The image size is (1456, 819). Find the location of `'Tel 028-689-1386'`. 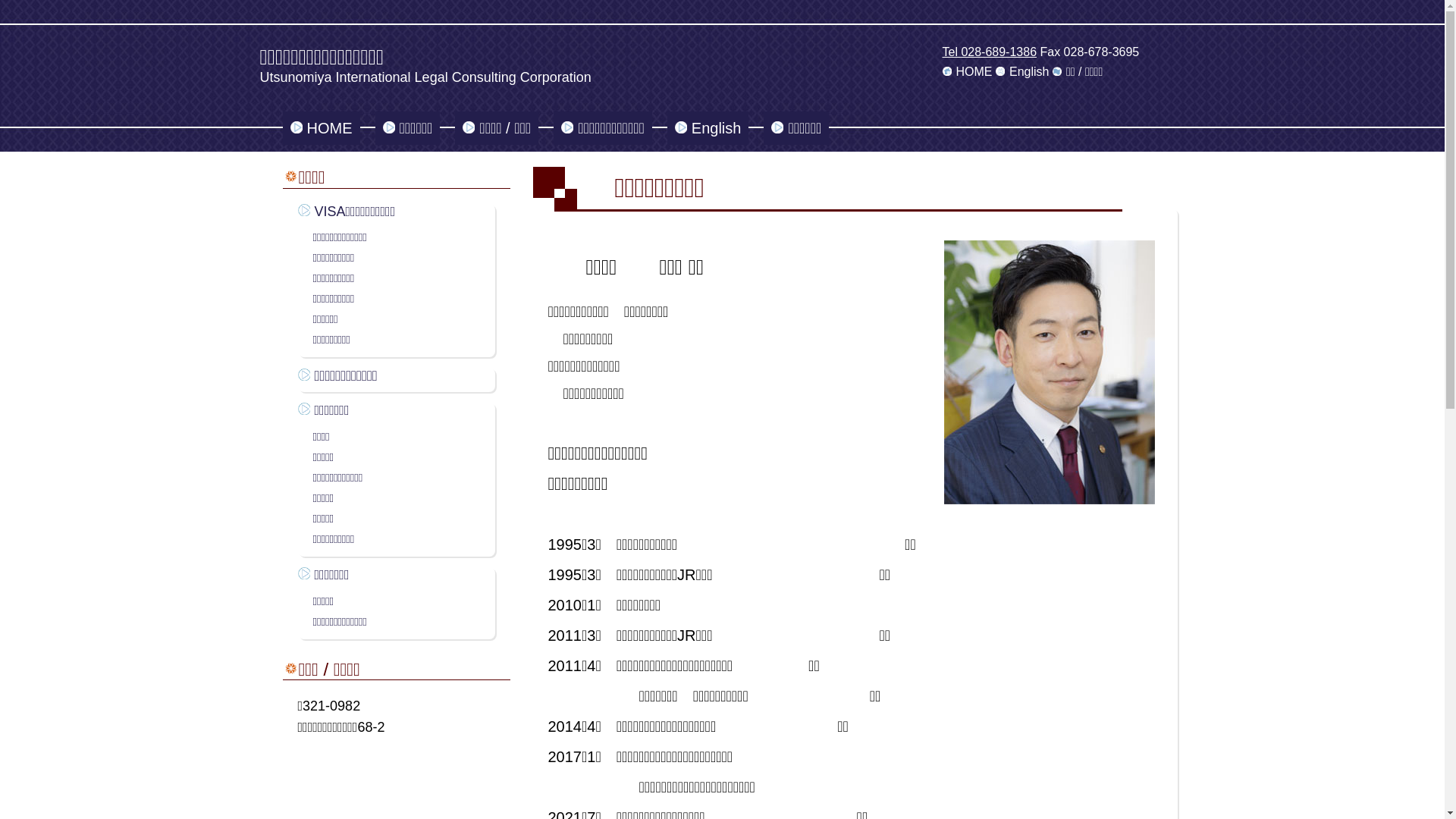

'Tel 028-689-1386' is located at coordinates (989, 51).